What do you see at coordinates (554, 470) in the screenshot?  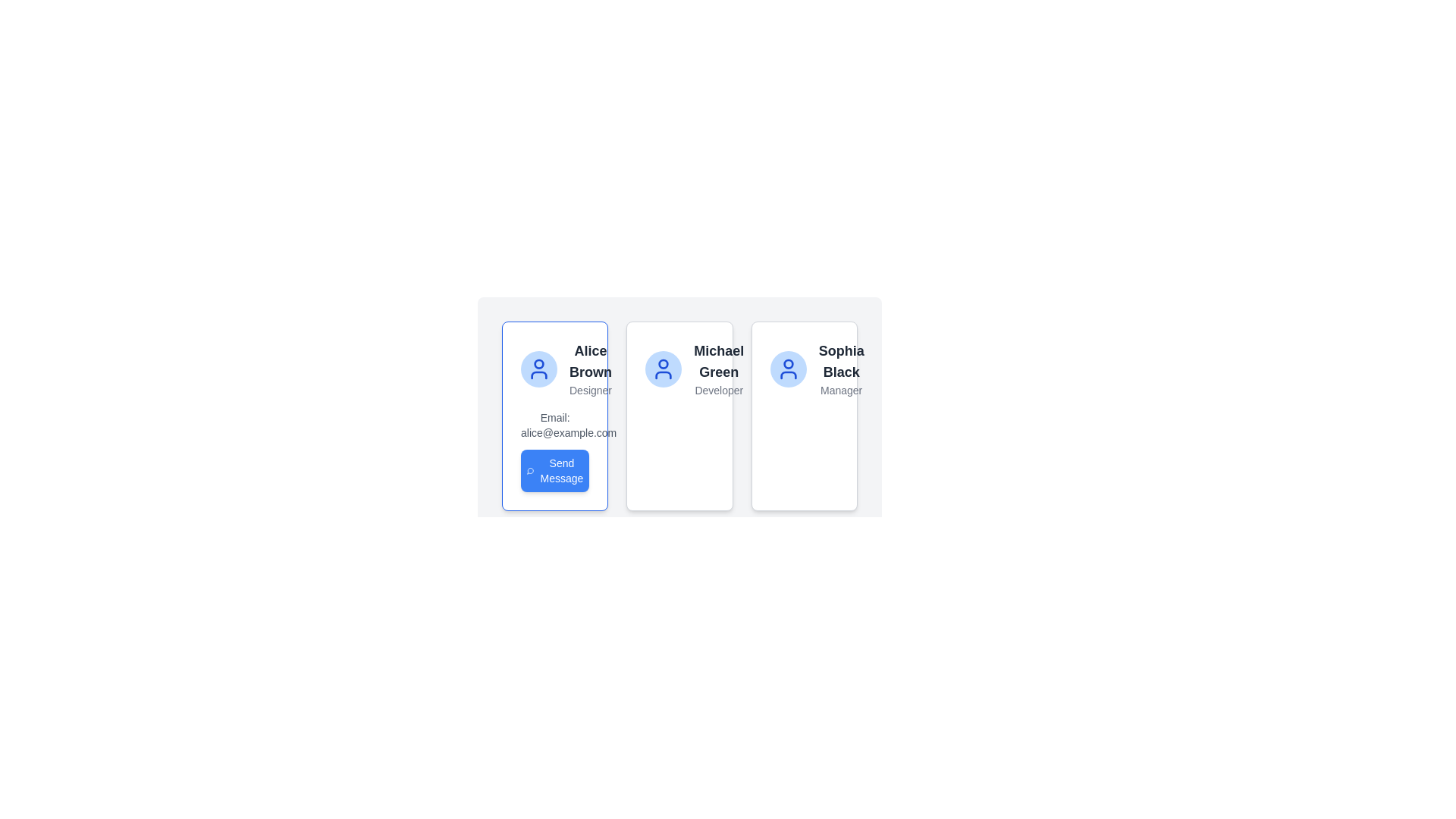 I see `the 'Send Message' button, which is a rectangular button with a blue background and white text, located at the bottom of a card layout beneath the email text` at bounding box center [554, 470].